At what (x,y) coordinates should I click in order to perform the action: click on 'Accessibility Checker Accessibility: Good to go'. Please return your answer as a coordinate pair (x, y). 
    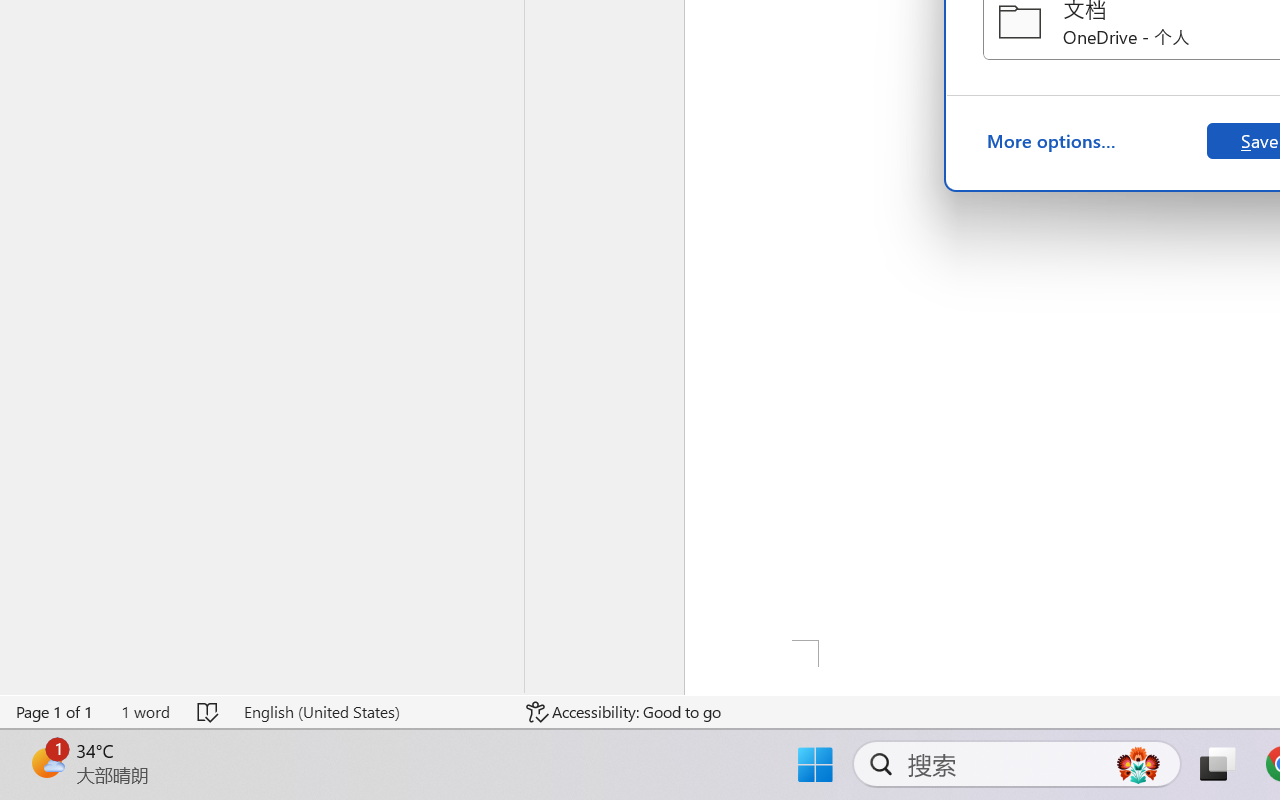
    Looking at the image, I should click on (623, 711).